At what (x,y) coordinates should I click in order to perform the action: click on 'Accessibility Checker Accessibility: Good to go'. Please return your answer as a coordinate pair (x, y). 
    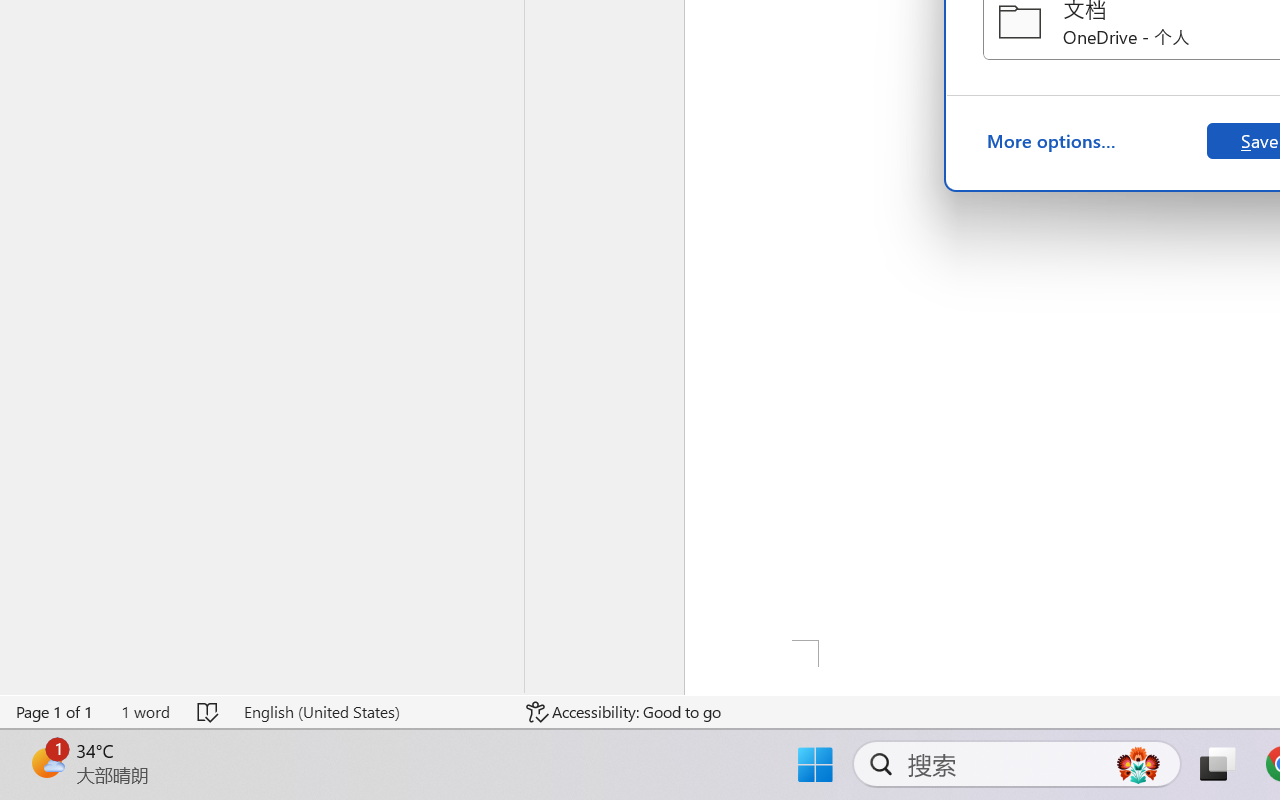
    Looking at the image, I should click on (623, 711).